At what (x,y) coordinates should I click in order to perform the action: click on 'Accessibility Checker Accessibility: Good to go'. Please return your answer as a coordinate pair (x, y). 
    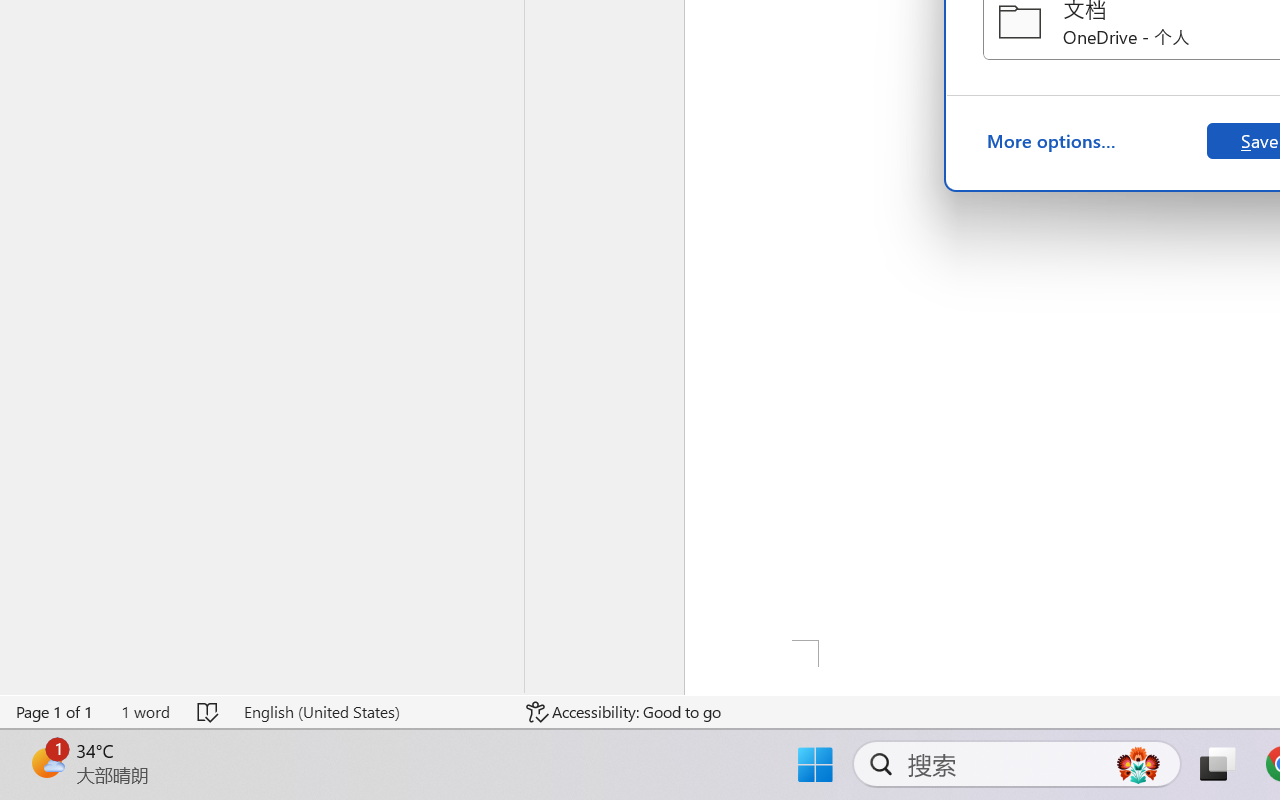
    Looking at the image, I should click on (623, 711).